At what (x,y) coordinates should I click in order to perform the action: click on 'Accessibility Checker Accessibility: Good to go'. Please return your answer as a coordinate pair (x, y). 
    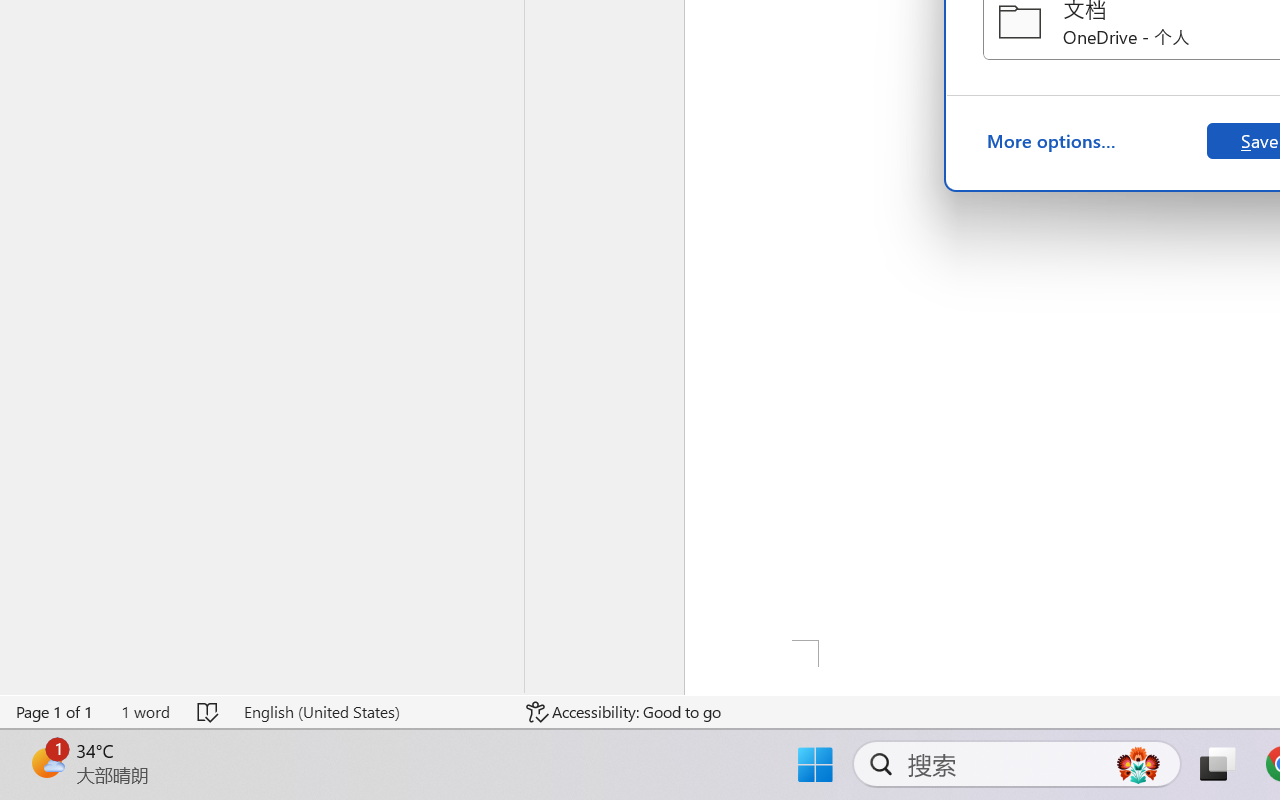
    Looking at the image, I should click on (623, 711).